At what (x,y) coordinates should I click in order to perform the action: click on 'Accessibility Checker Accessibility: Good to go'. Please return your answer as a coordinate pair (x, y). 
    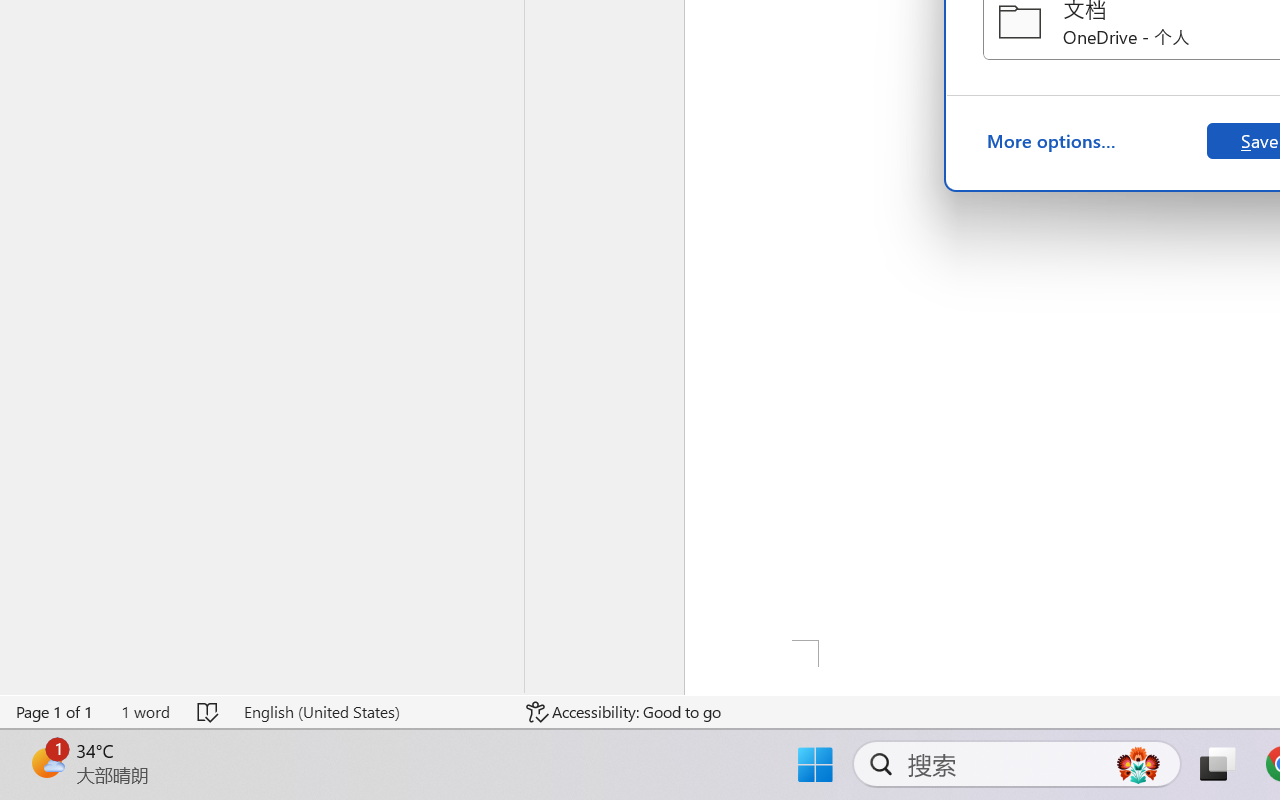
    Looking at the image, I should click on (623, 711).